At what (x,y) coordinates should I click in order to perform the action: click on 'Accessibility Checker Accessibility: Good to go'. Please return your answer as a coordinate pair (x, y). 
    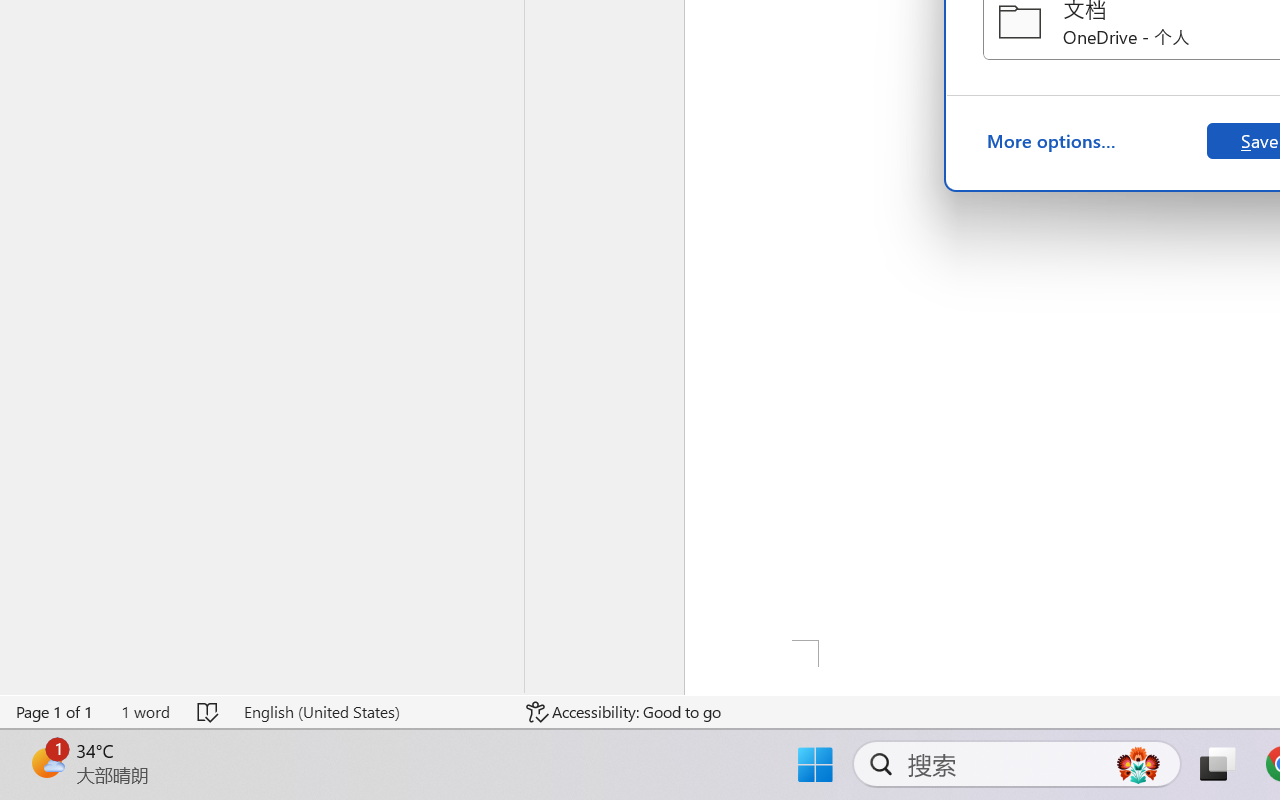
    Looking at the image, I should click on (623, 711).